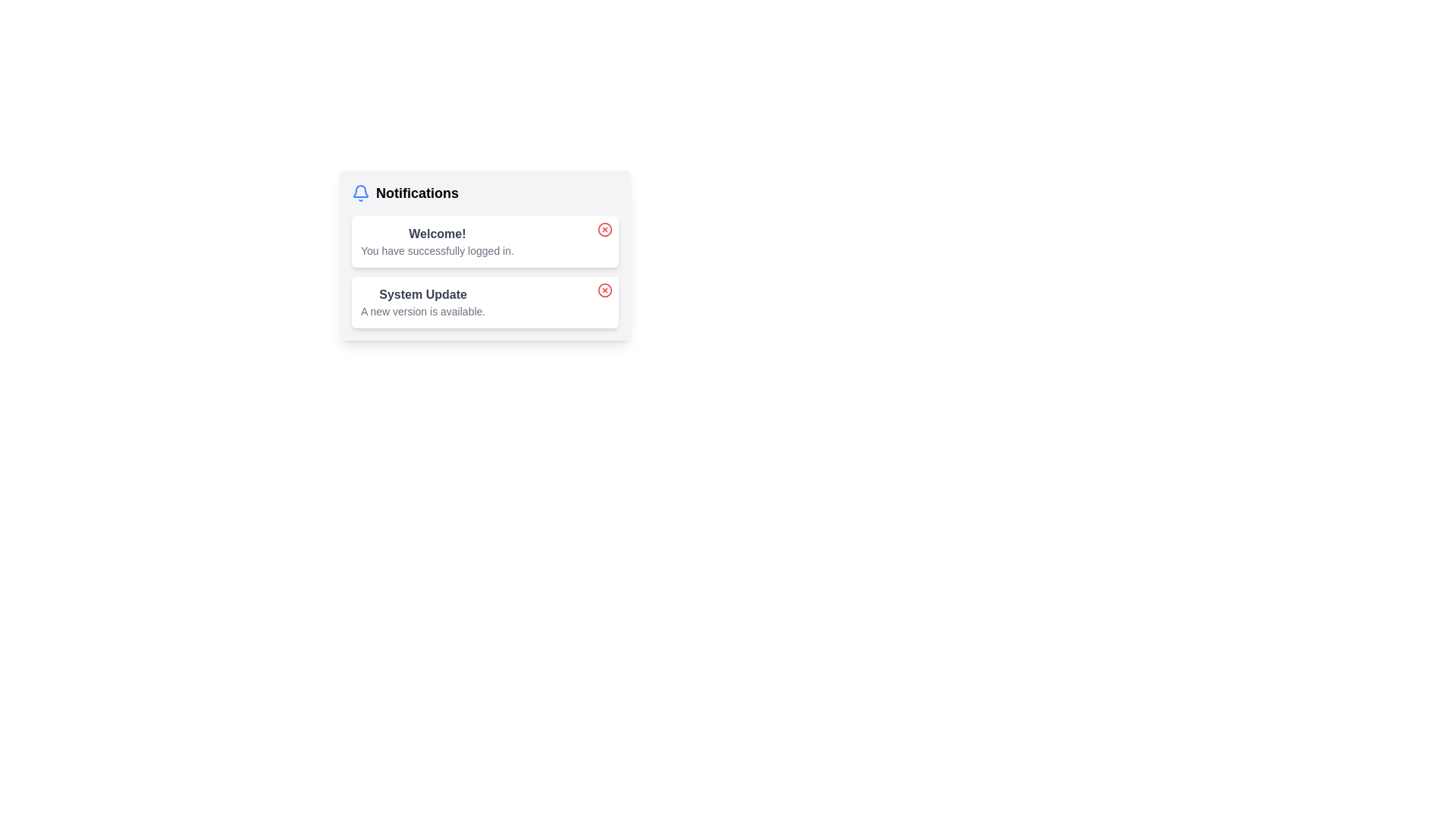  Describe the element at coordinates (604, 290) in the screenshot. I see `the circular 'X' icon located next to the 'System Update' text in the notification list` at that location.